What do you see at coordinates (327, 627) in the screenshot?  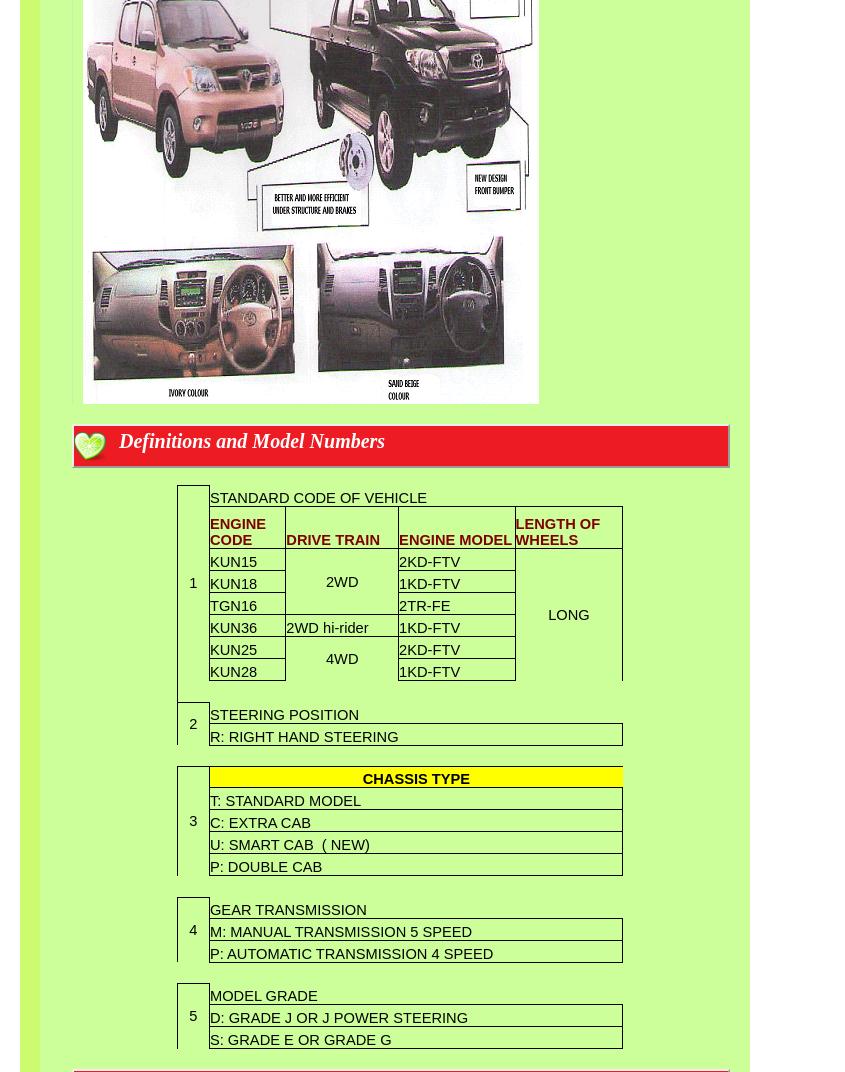 I see `'2WD hi-rider'` at bounding box center [327, 627].